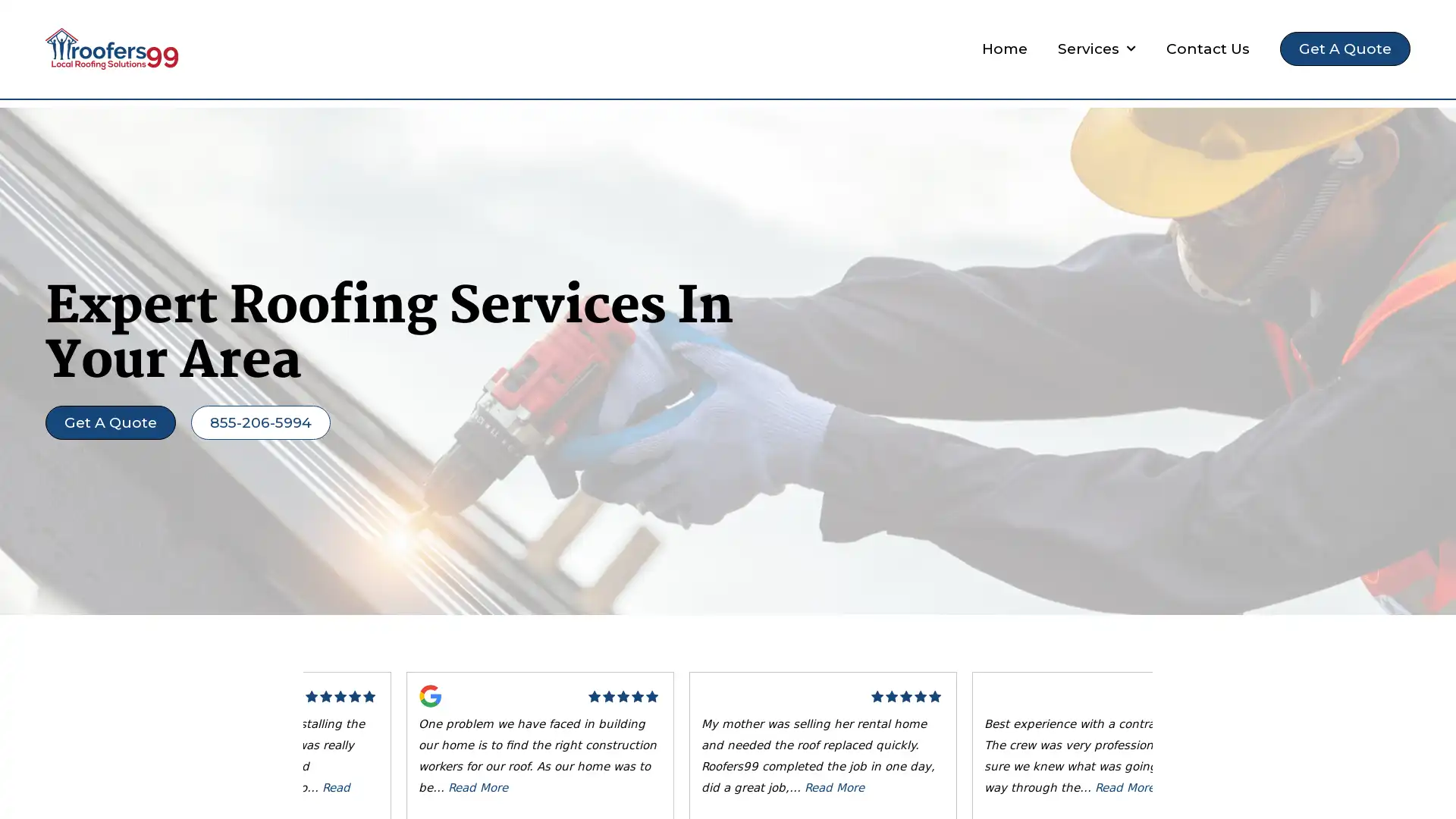 The height and width of the screenshot is (819, 1456). I want to click on Get A Quote, so click(1345, 48).